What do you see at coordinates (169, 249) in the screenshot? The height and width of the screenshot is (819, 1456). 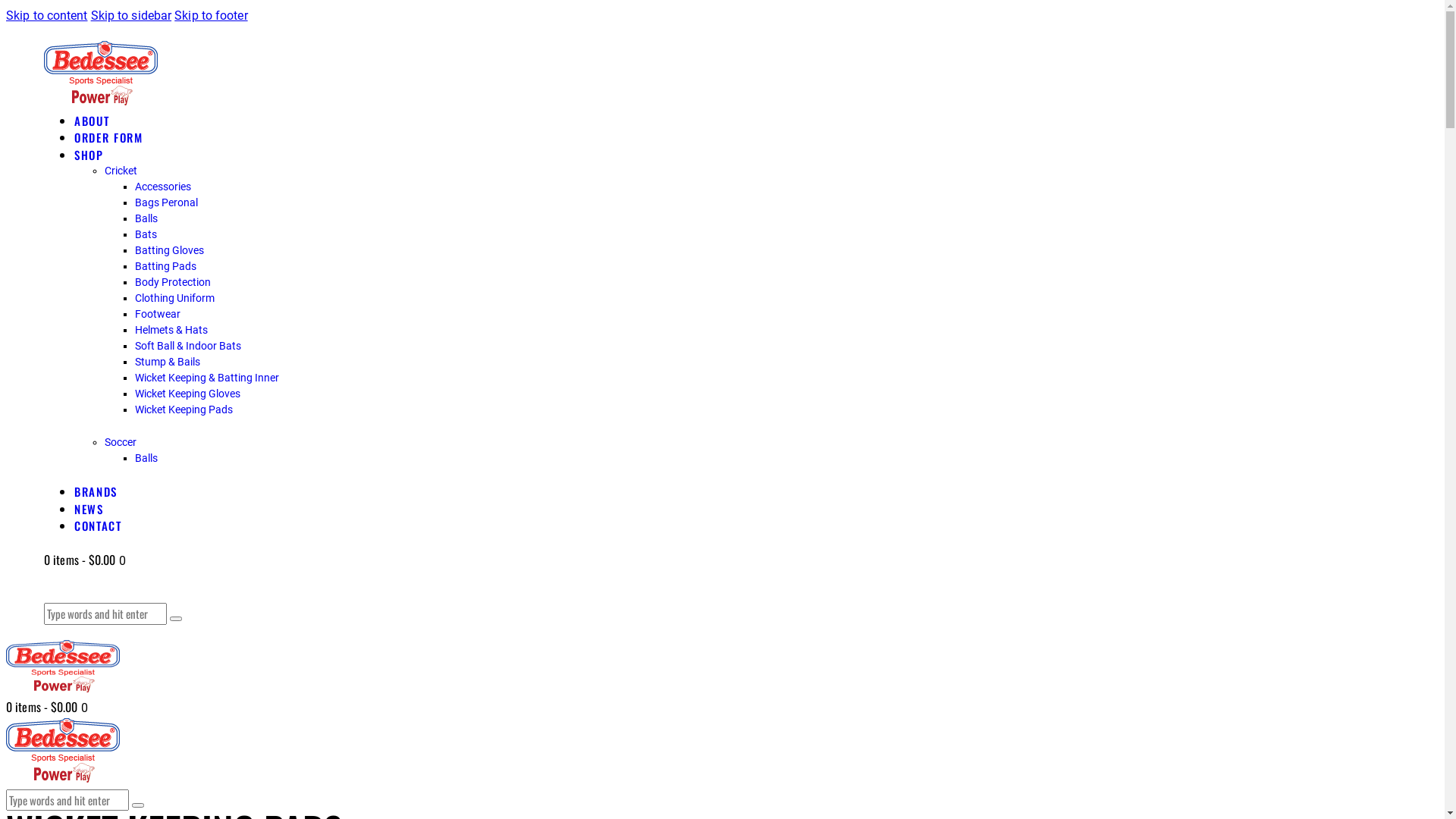 I see `'Batting Gloves'` at bounding box center [169, 249].